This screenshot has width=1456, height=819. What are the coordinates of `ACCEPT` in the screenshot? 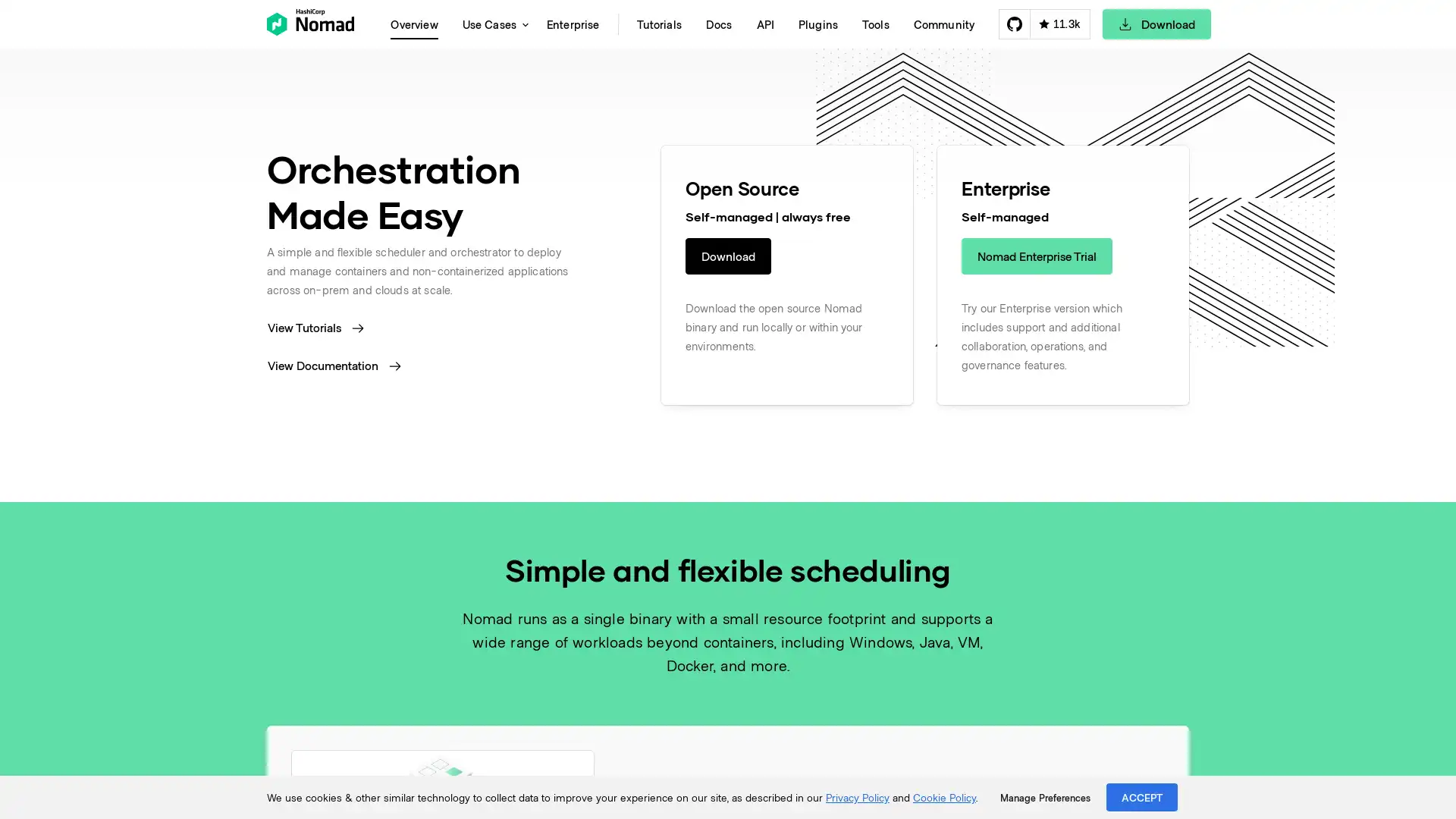 It's located at (1142, 796).